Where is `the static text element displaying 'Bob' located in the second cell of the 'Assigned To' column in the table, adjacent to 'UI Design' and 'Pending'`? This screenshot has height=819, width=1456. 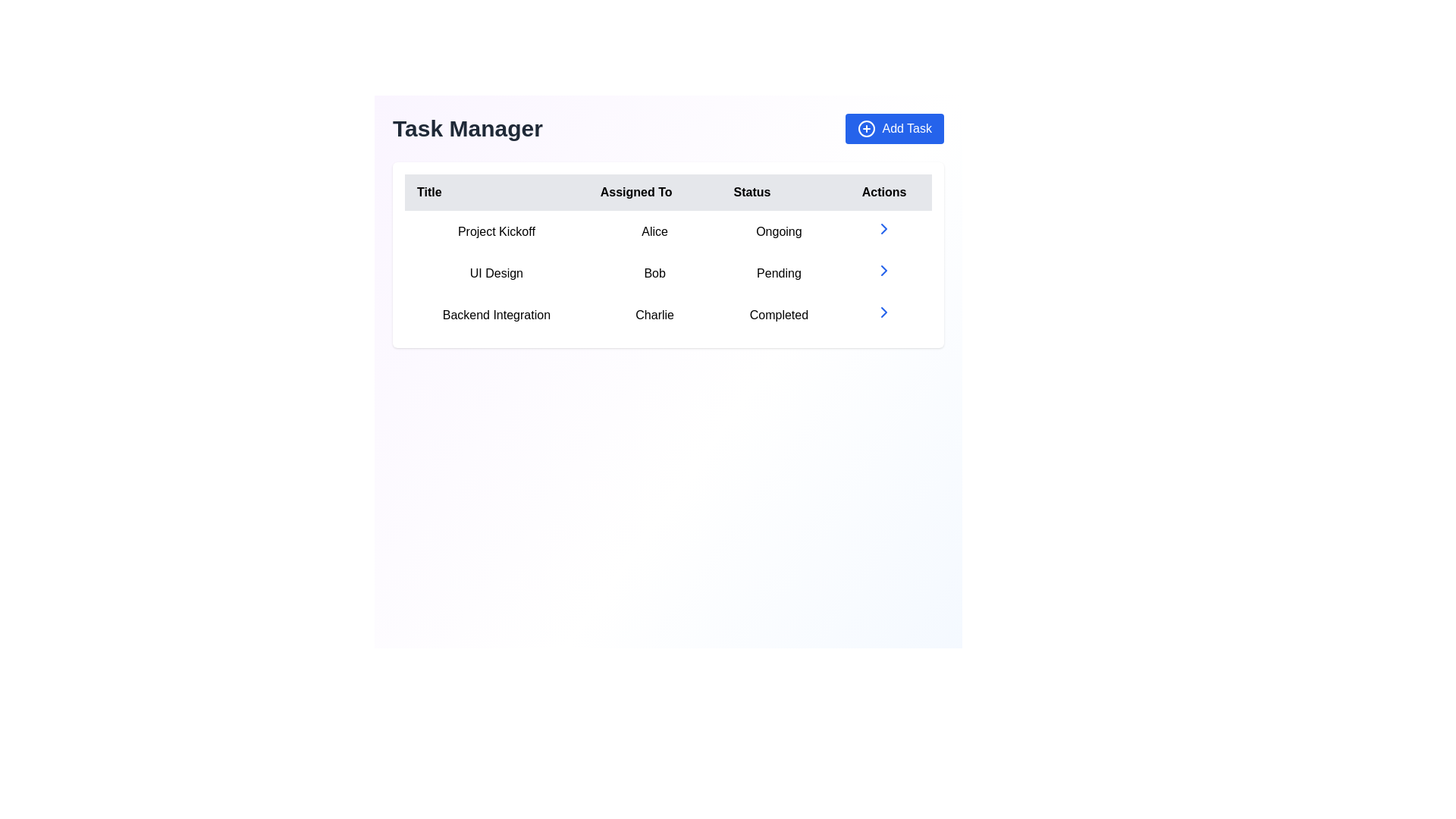
the static text element displaying 'Bob' located in the second cell of the 'Assigned To' column in the table, adjacent to 'UI Design' and 'Pending' is located at coordinates (654, 273).